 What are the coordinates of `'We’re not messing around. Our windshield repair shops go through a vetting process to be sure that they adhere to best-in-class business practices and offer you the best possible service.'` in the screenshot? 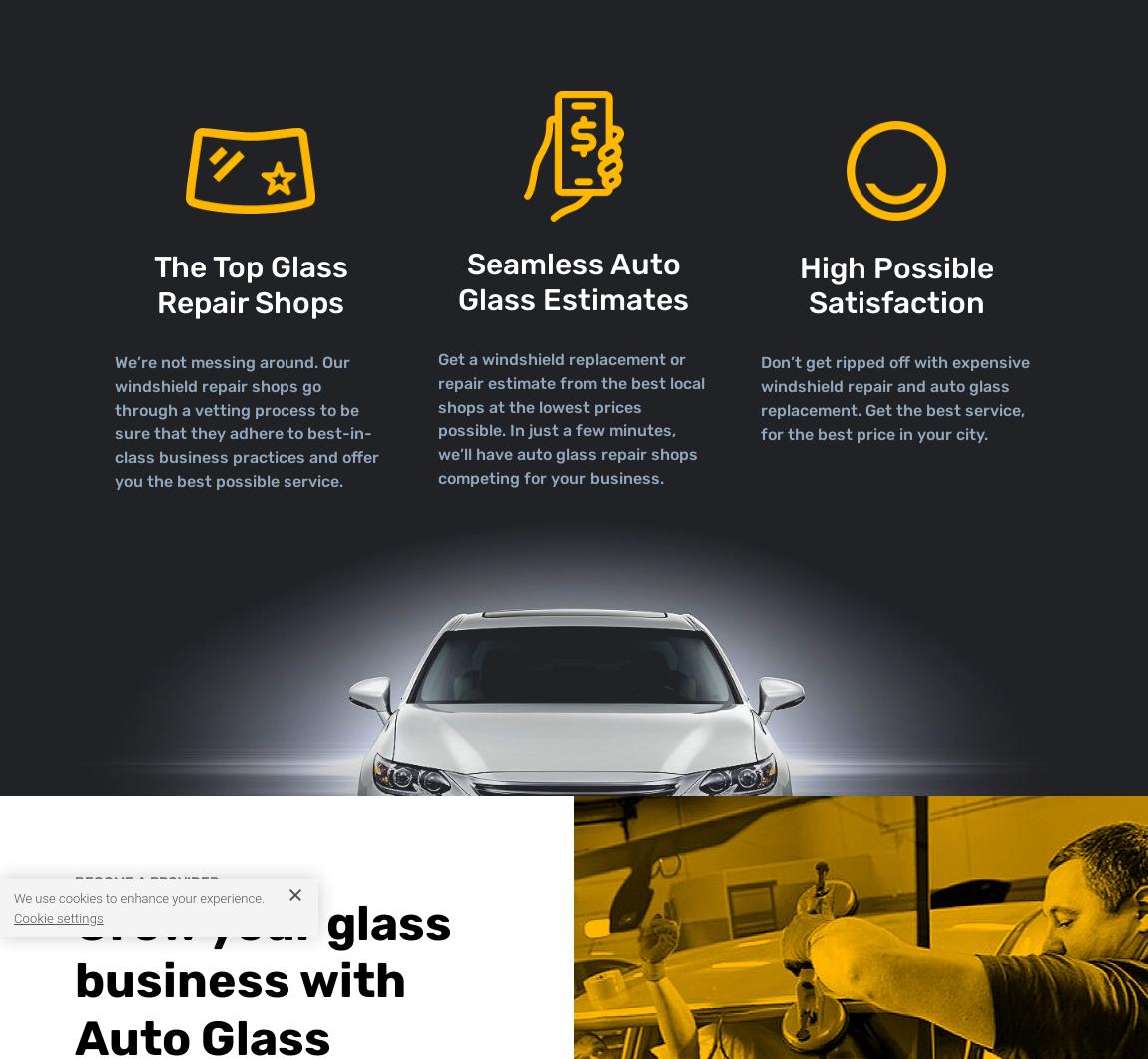 It's located at (246, 420).